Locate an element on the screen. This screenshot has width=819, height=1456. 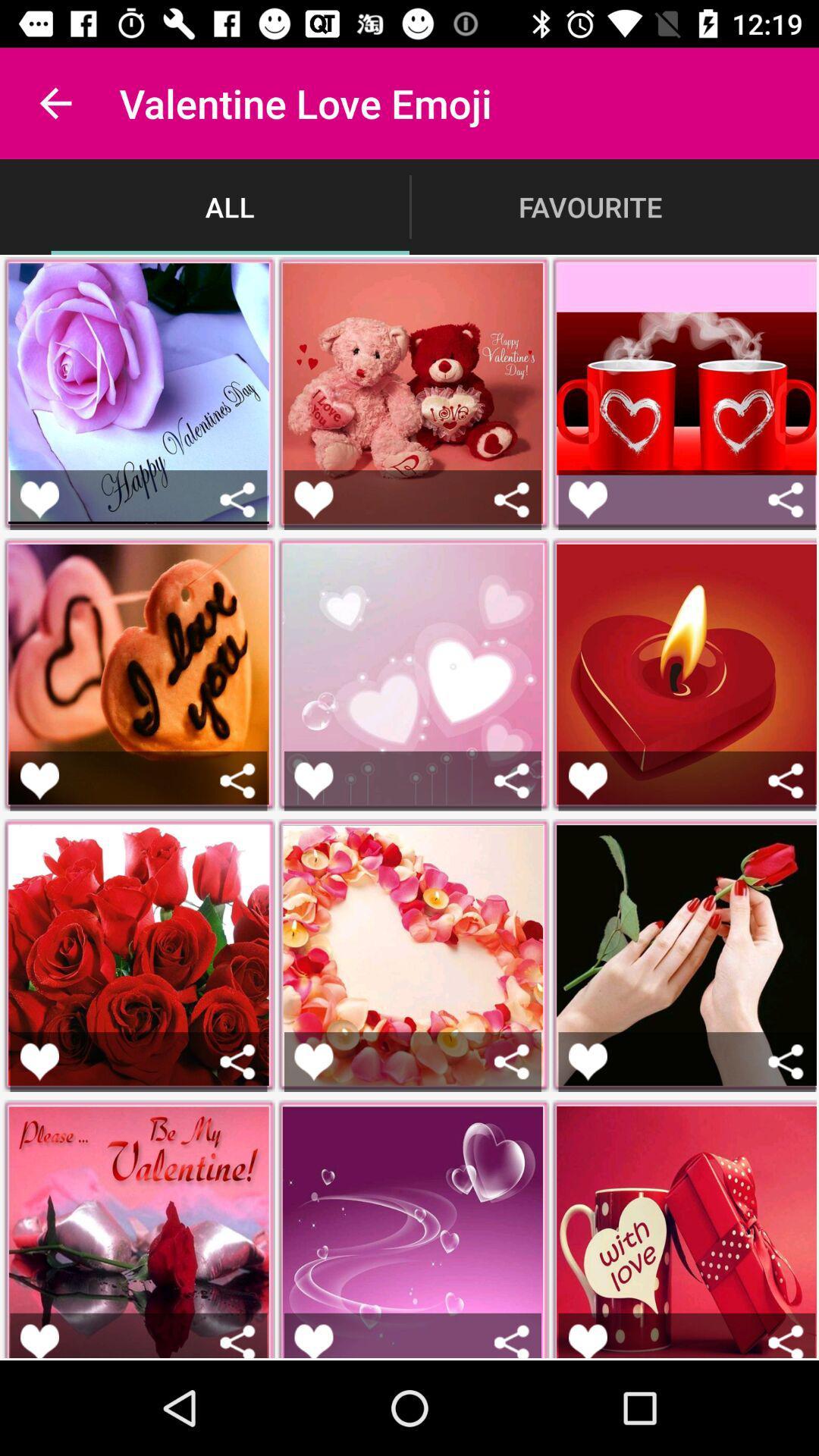
share is located at coordinates (512, 1341).